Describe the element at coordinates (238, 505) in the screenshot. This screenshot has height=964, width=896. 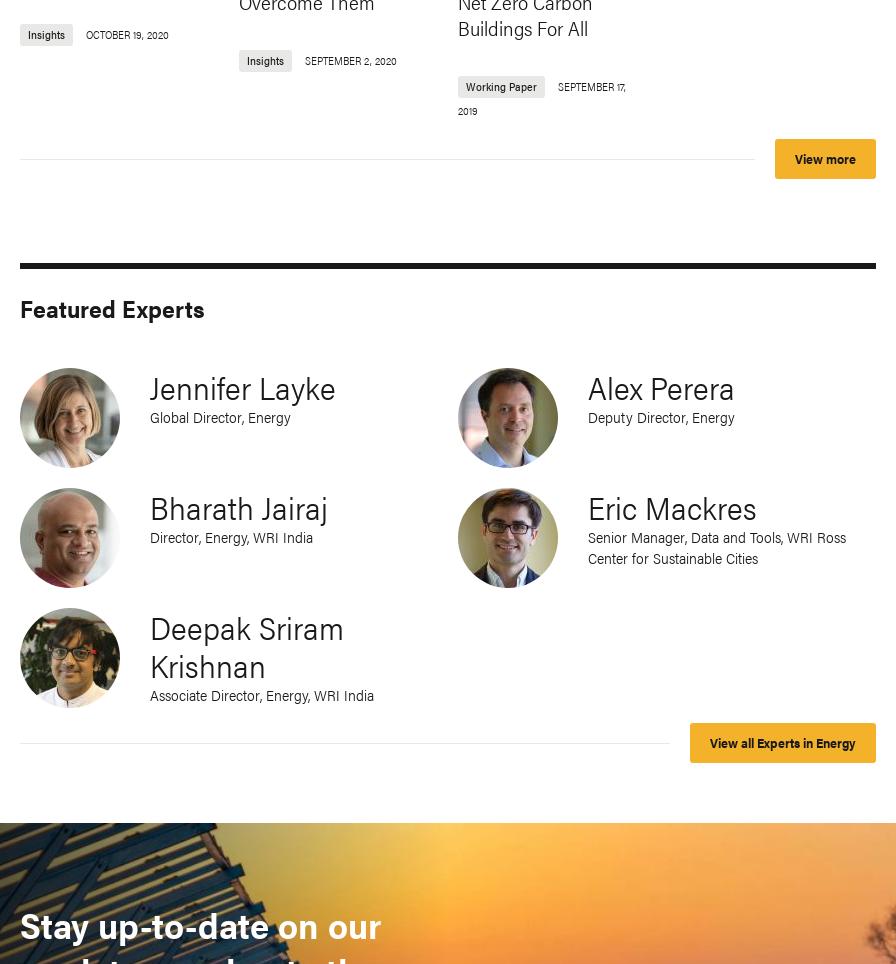
I see `'Bharath Jairaj'` at that location.